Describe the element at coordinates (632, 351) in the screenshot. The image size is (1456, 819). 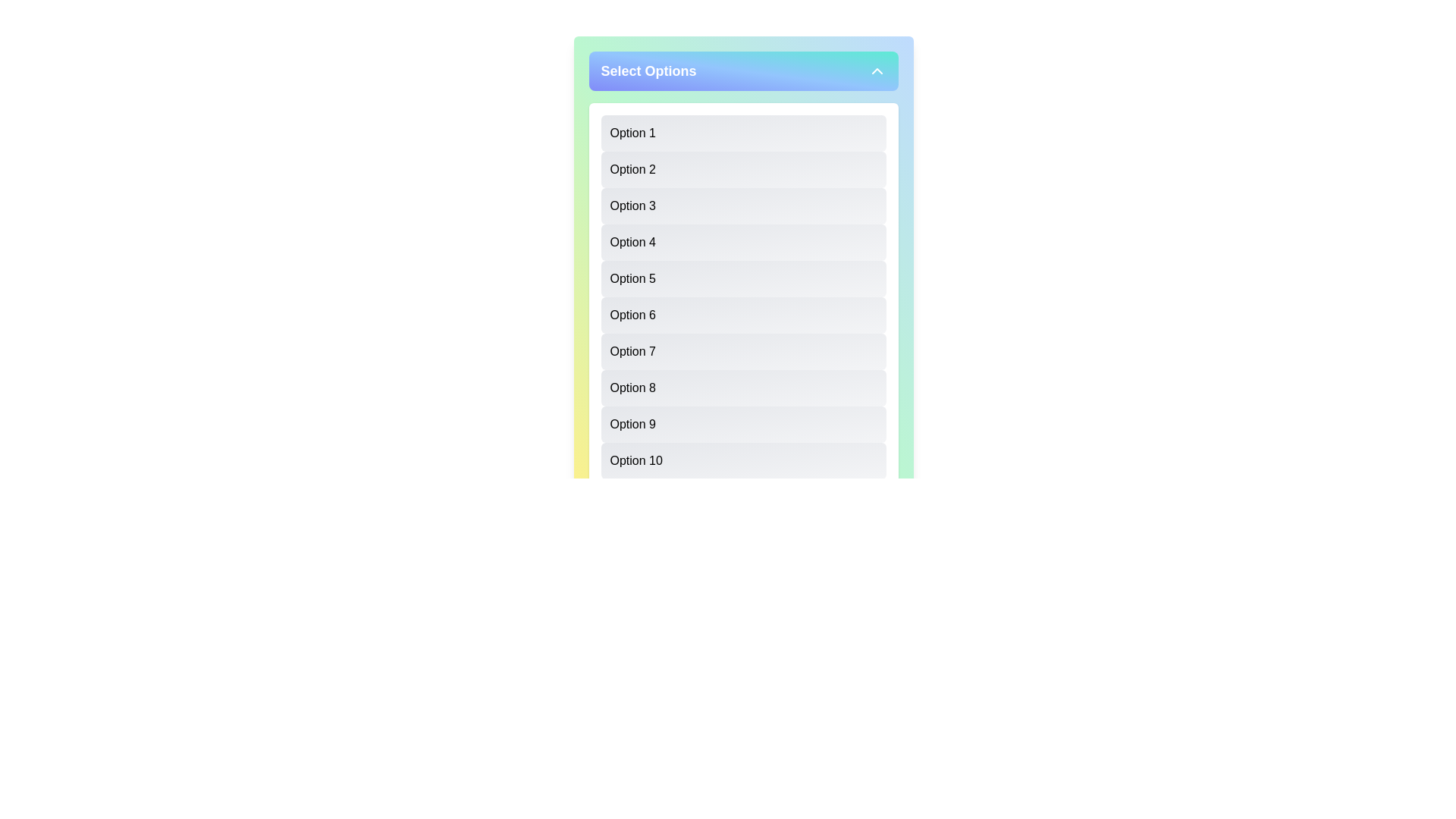
I see `the seventh item in the dropdown list` at that location.